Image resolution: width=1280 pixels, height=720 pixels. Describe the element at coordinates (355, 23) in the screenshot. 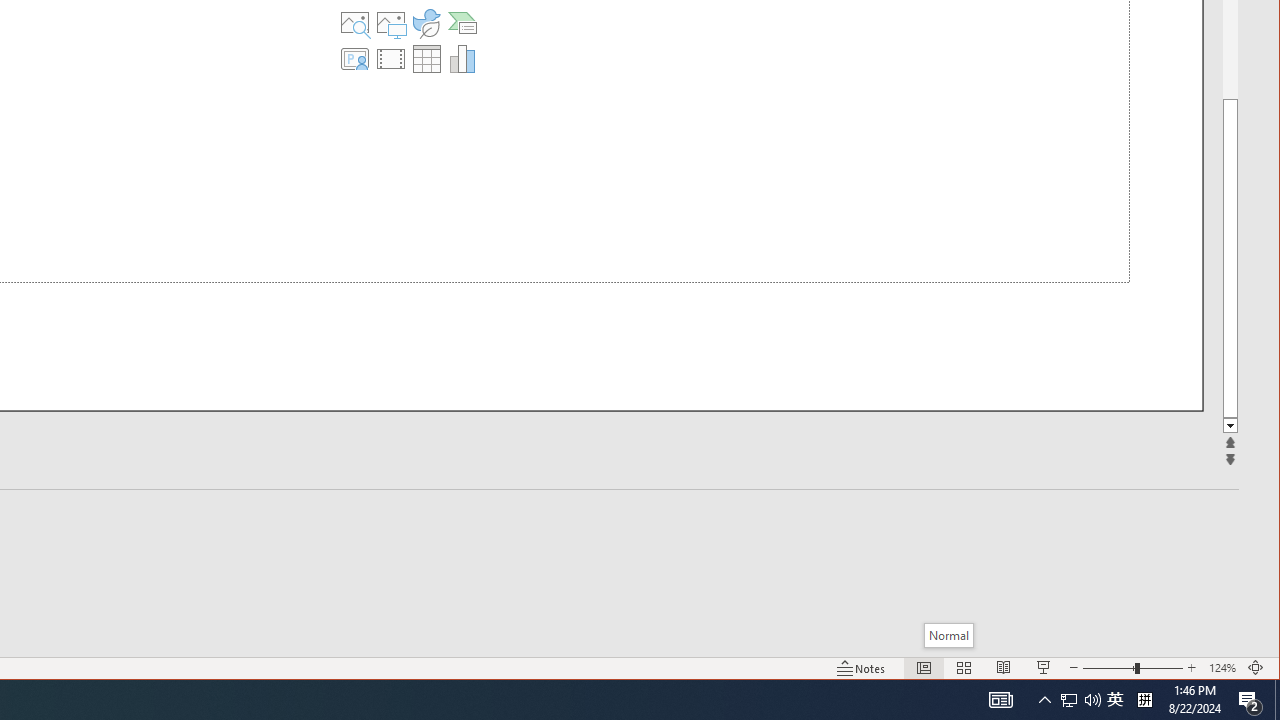

I see `'Stock Images'` at that location.